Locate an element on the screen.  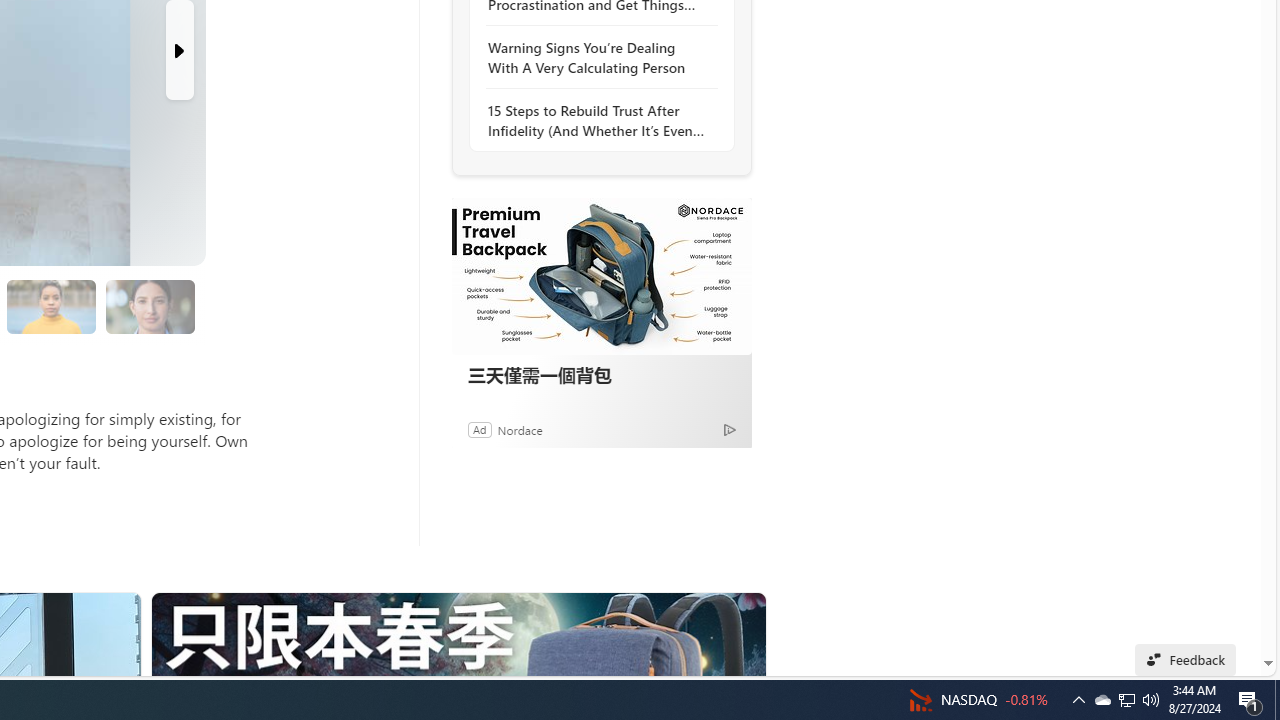
'Class: progress' is located at coordinates (149, 303).